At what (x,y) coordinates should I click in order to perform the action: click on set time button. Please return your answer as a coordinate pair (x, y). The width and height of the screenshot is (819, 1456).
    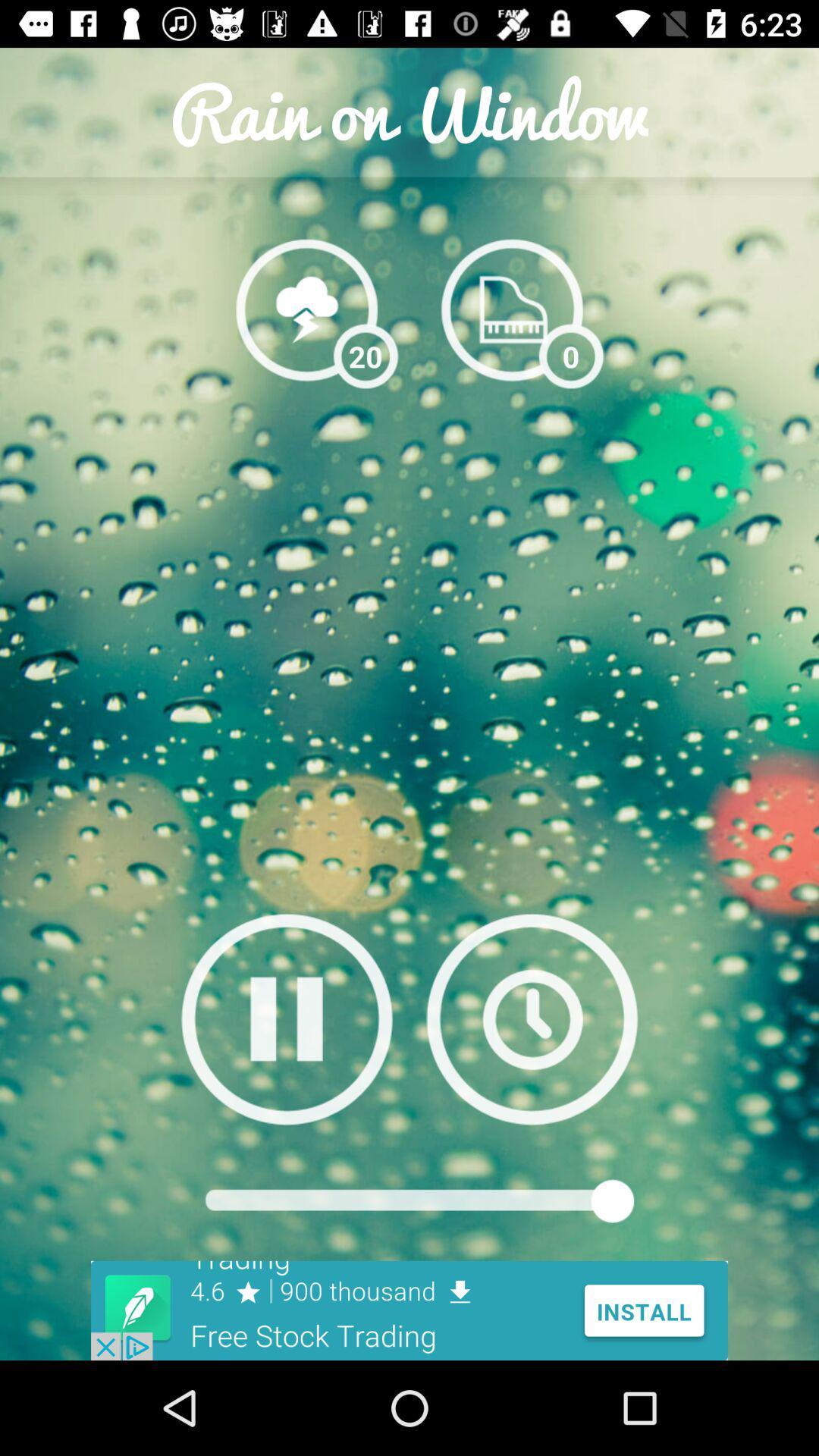
    Looking at the image, I should click on (531, 1018).